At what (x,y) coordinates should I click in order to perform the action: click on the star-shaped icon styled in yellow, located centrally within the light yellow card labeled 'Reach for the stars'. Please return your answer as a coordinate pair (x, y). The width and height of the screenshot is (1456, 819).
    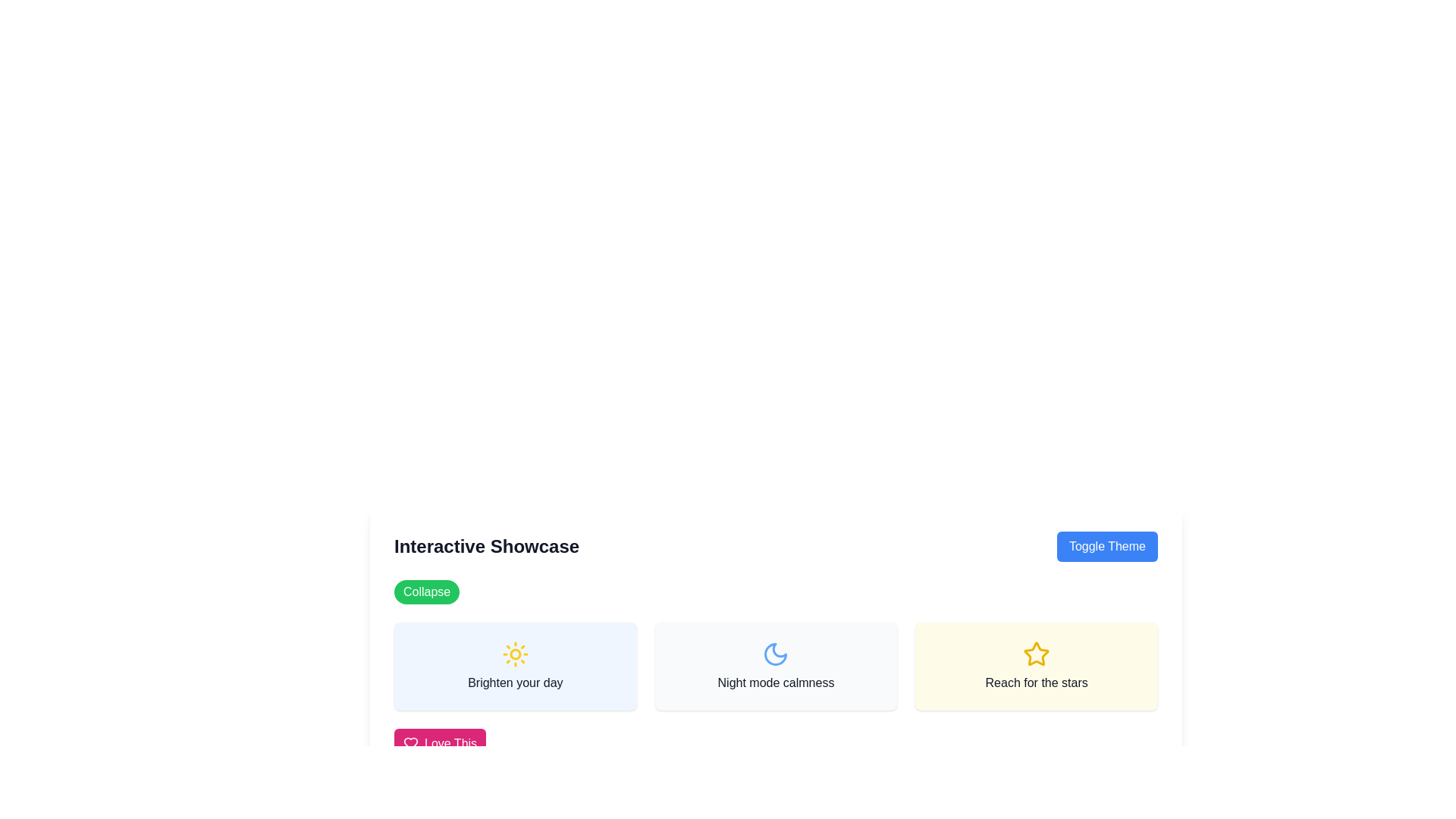
    Looking at the image, I should click on (1036, 653).